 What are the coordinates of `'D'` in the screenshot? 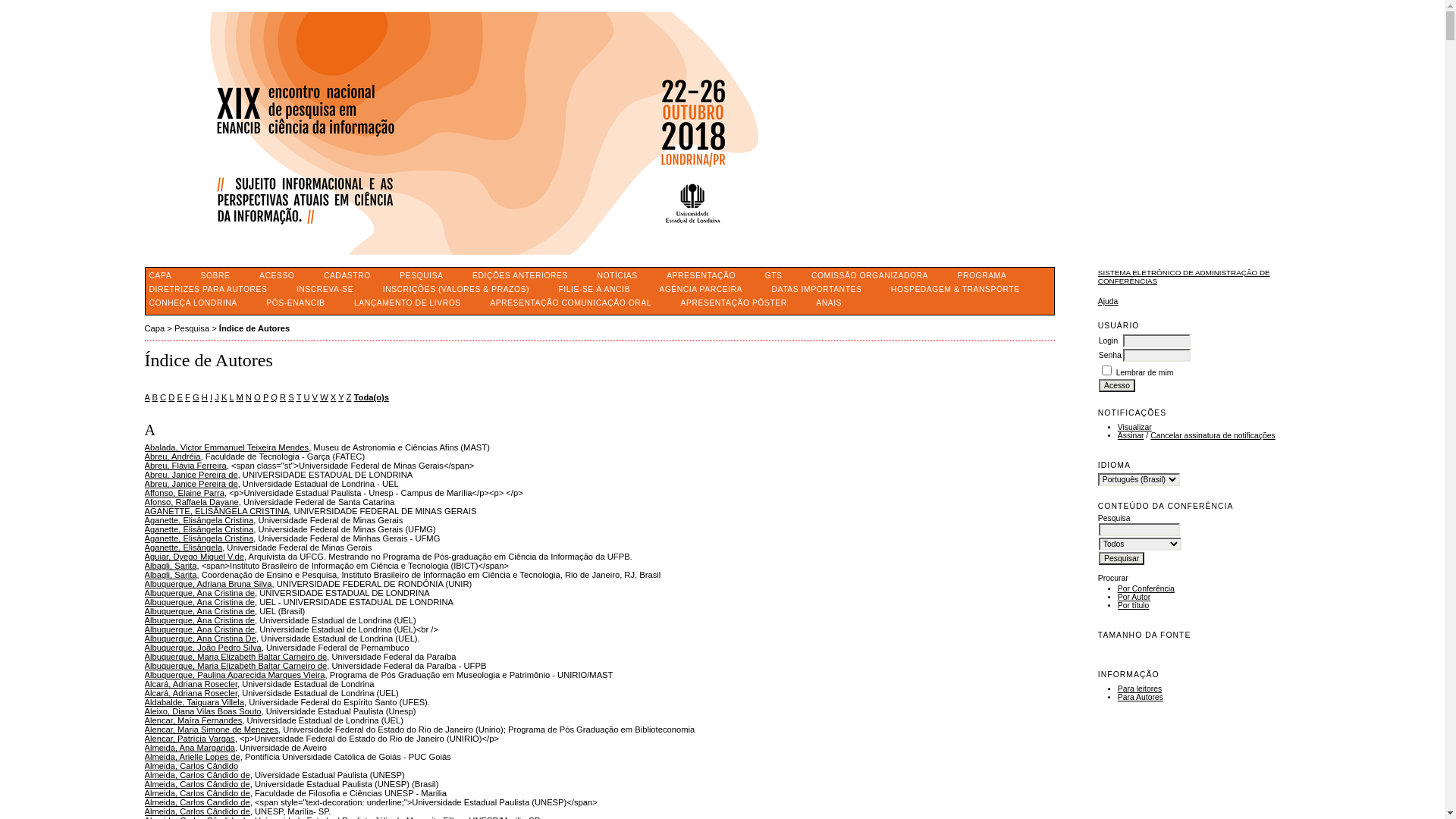 It's located at (168, 397).